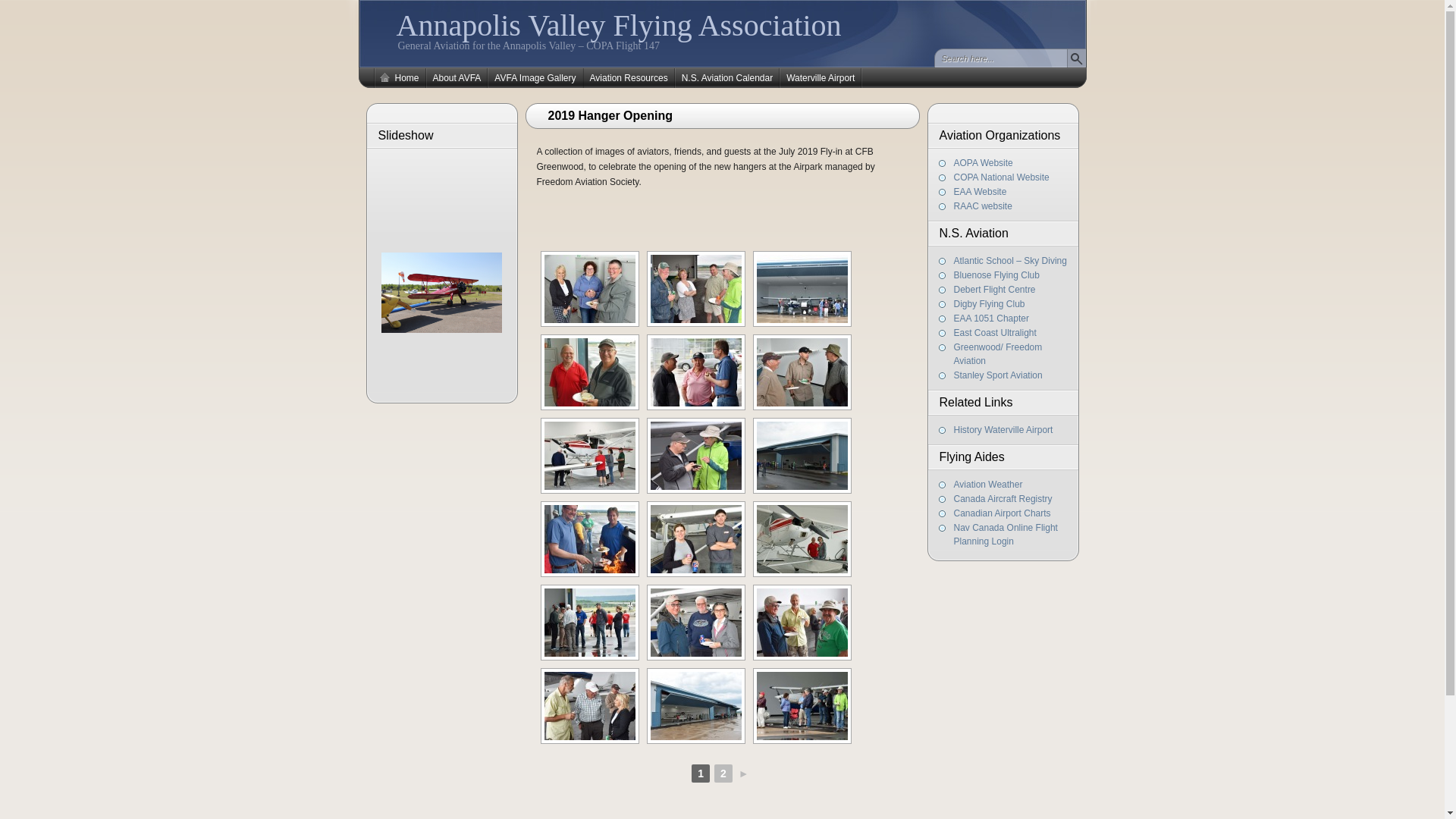 This screenshot has width=1456, height=819. What do you see at coordinates (582, 78) in the screenshot?
I see `'Aviation Resources'` at bounding box center [582, 78].